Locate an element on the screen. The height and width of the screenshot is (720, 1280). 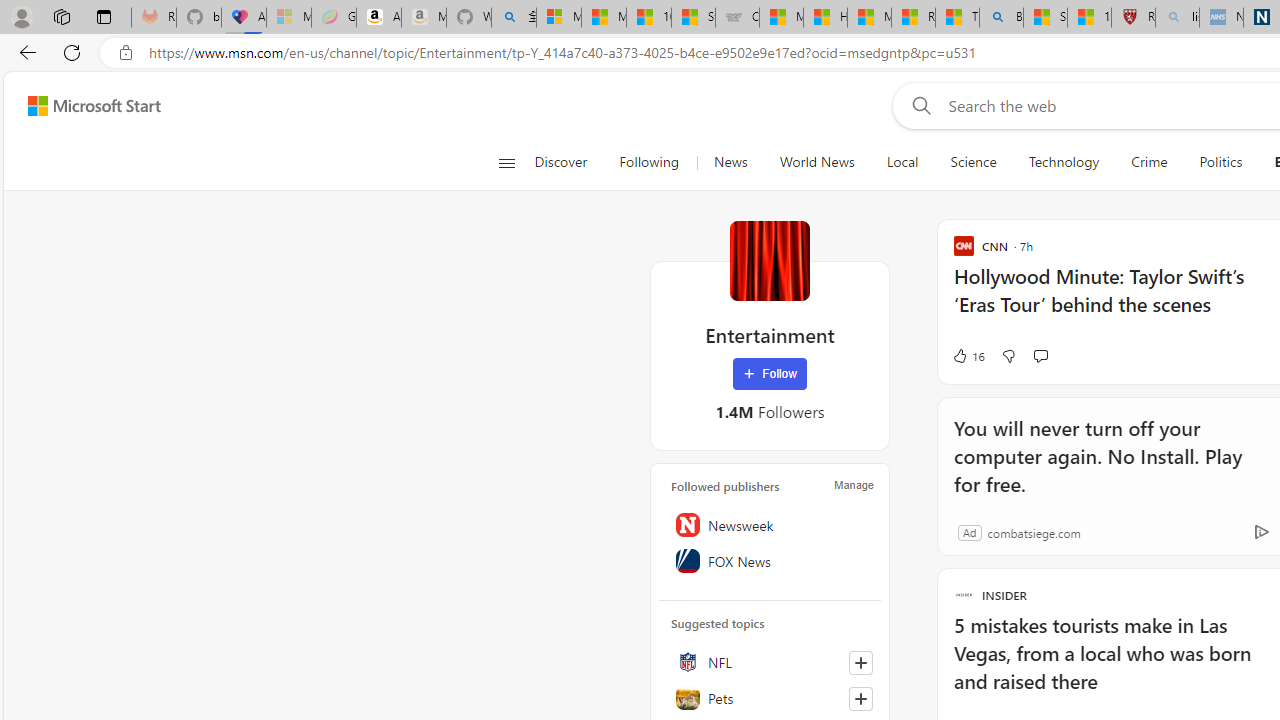
'16 Like' is located at coordinates (968, 355).